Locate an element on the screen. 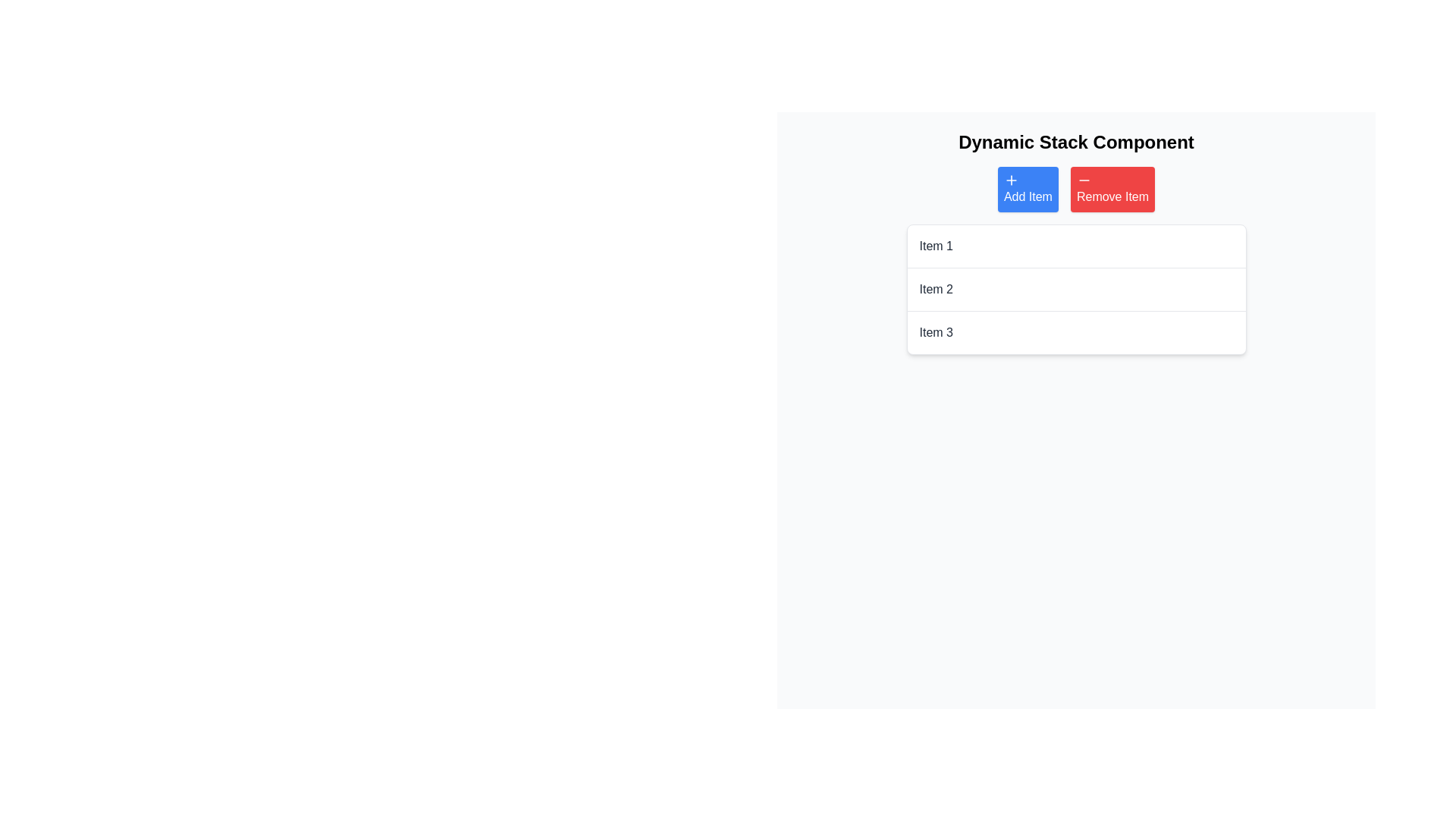  the label indicating the second item in the vertically stacked list under 'Dynamic Stack Component' is located at coordinates (935, 289).